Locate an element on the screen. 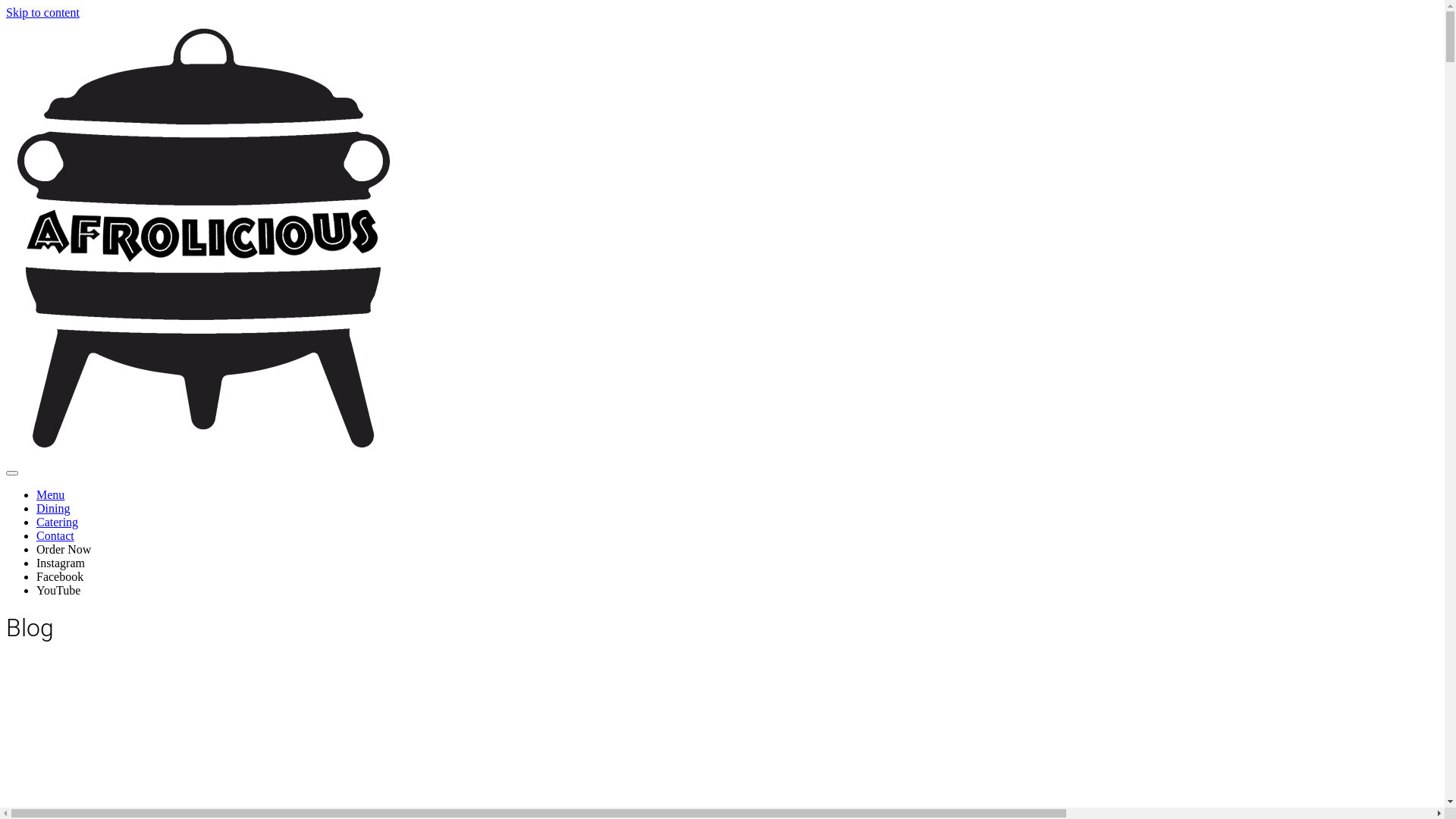 The height and width of the screenshot is (819, 1456). 'Menu' is located at coordinates (50, 494).